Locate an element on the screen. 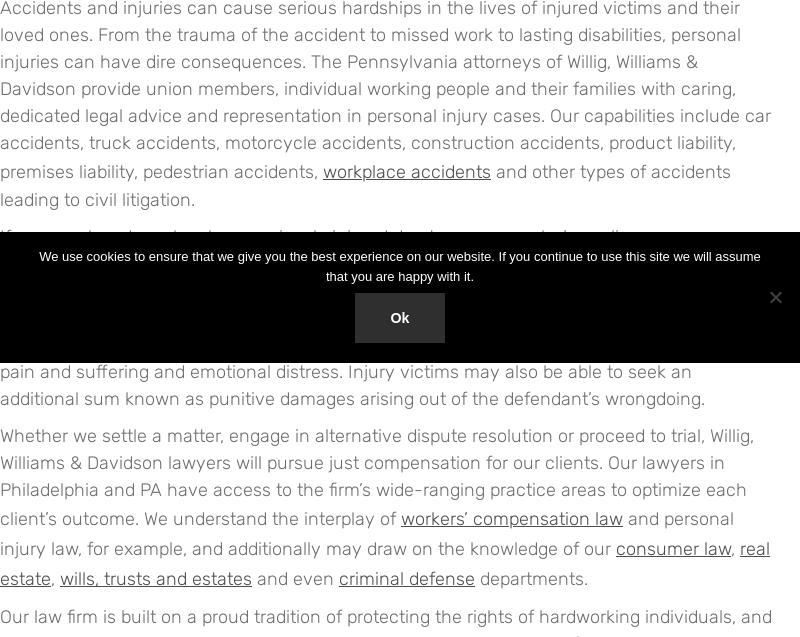 The height and width of the screenshot is (637, 800). 'consumer law' is located at coordinates (616, 549).